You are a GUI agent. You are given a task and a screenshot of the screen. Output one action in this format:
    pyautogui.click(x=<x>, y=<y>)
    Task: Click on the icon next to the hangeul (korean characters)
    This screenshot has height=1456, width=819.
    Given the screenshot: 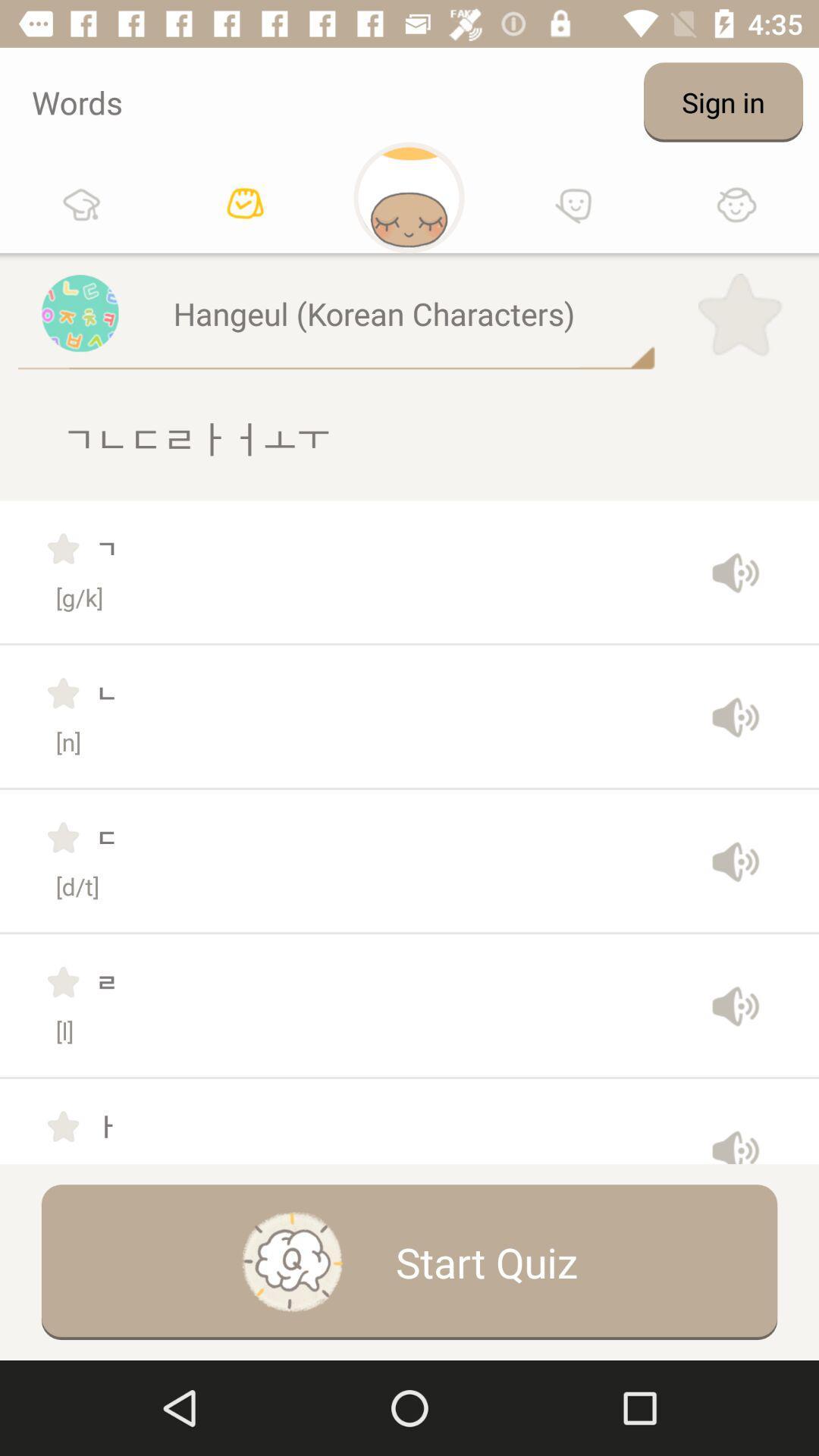 What is the action you would take?
    pyautogui.click(x=739, y=314)
    